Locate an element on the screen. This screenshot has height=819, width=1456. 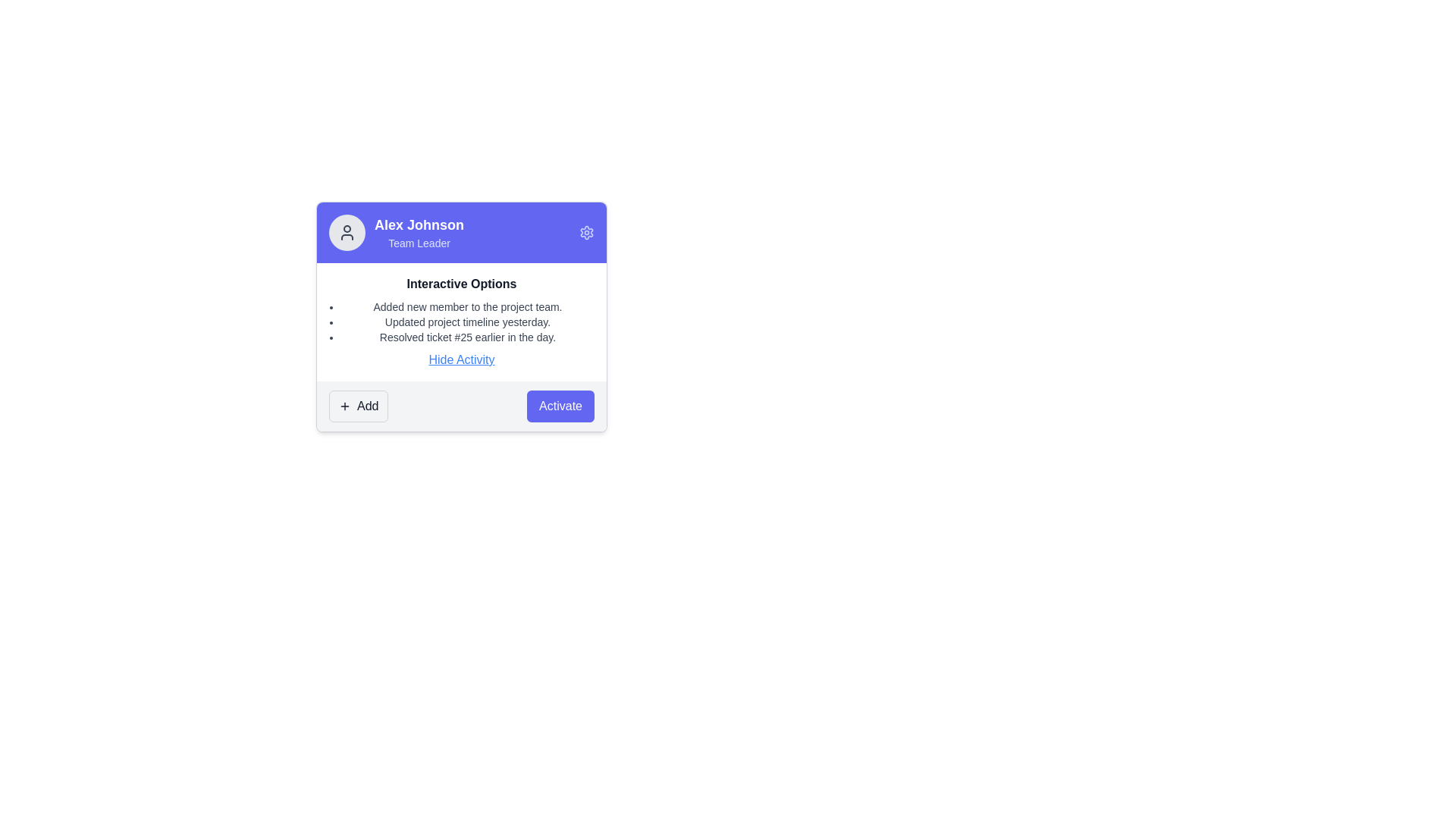
informational text element that indicates the addition of a new member to the project team, located in the 'Interactive Options' section of the user information card is located at coordinates (467, 307).